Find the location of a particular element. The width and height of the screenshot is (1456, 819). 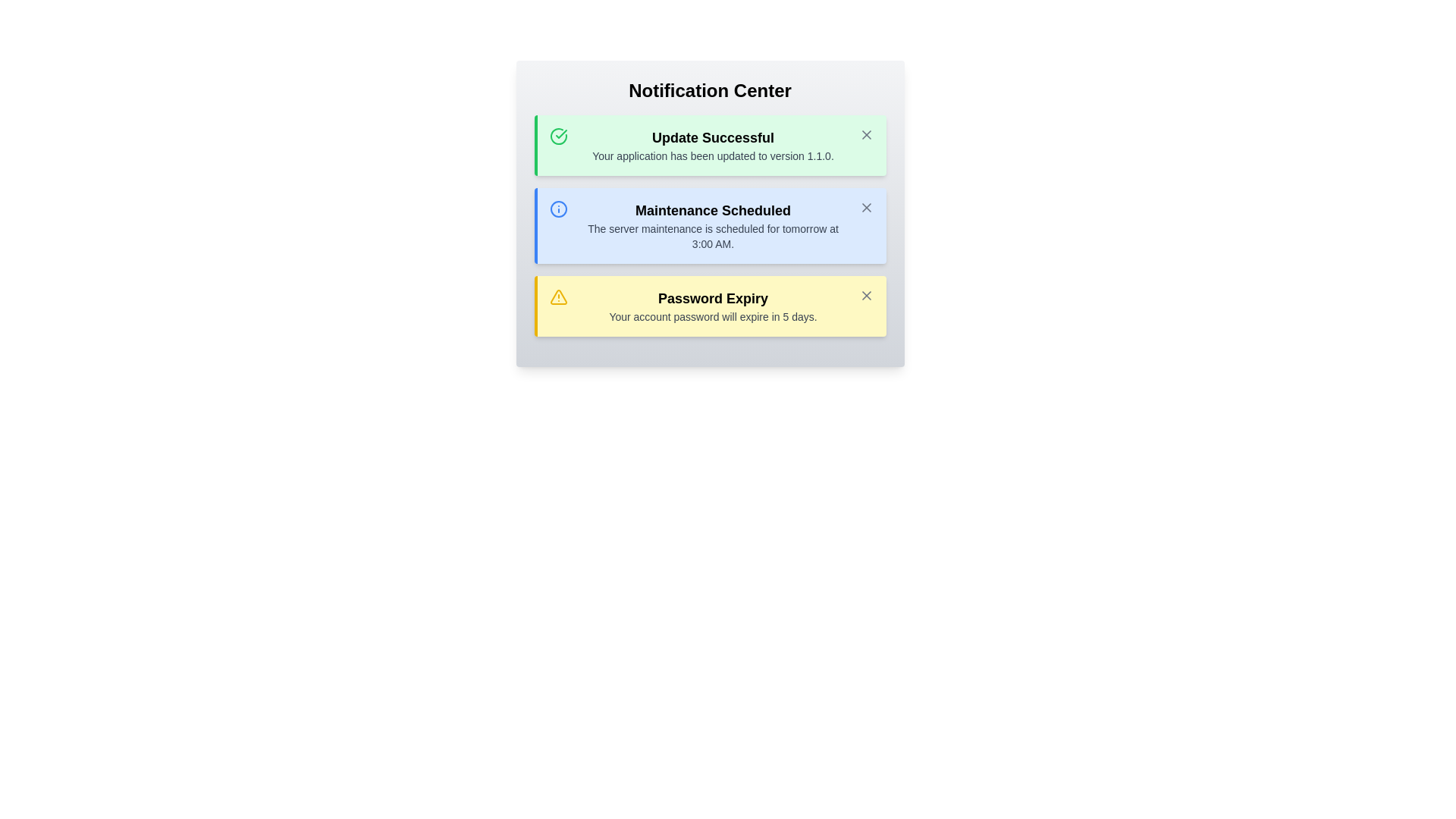

the visual warning indicator icon for the 'Password Expiry' notification located to the left of the dismiss button in the notification center is located at coordinates (557, 297).